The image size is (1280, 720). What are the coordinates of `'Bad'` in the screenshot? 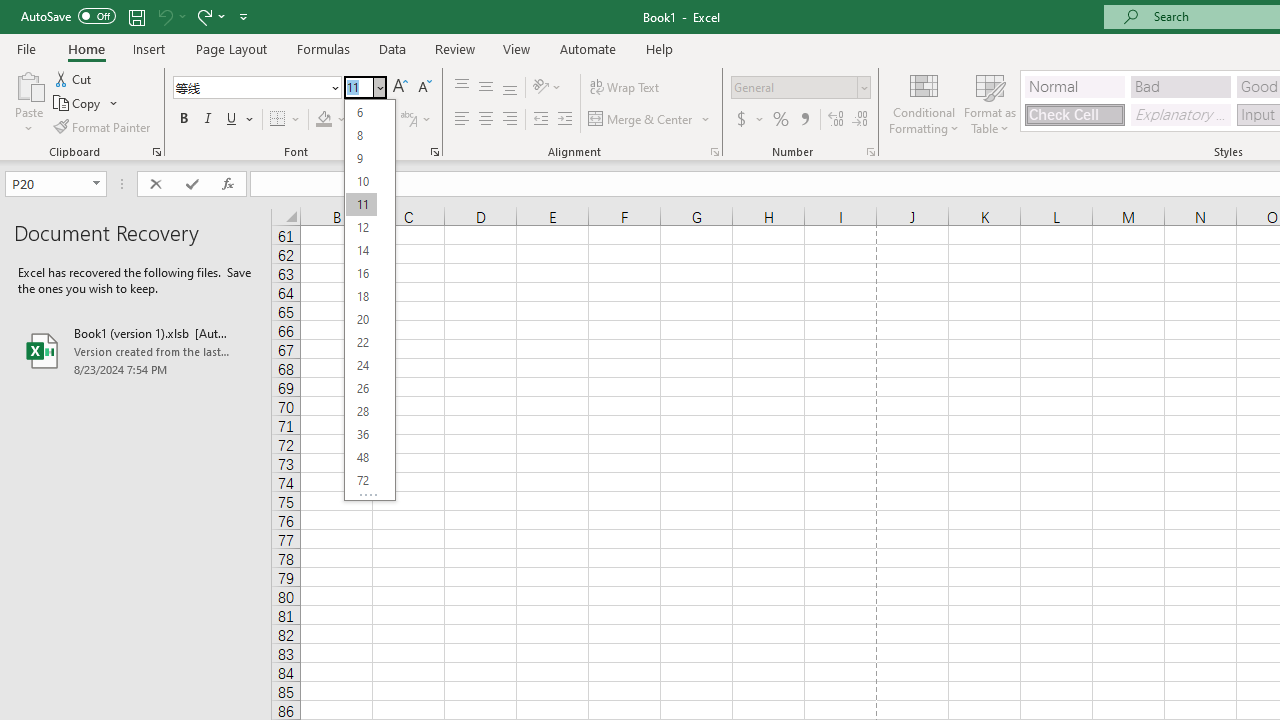 It's located at (1180, 85).